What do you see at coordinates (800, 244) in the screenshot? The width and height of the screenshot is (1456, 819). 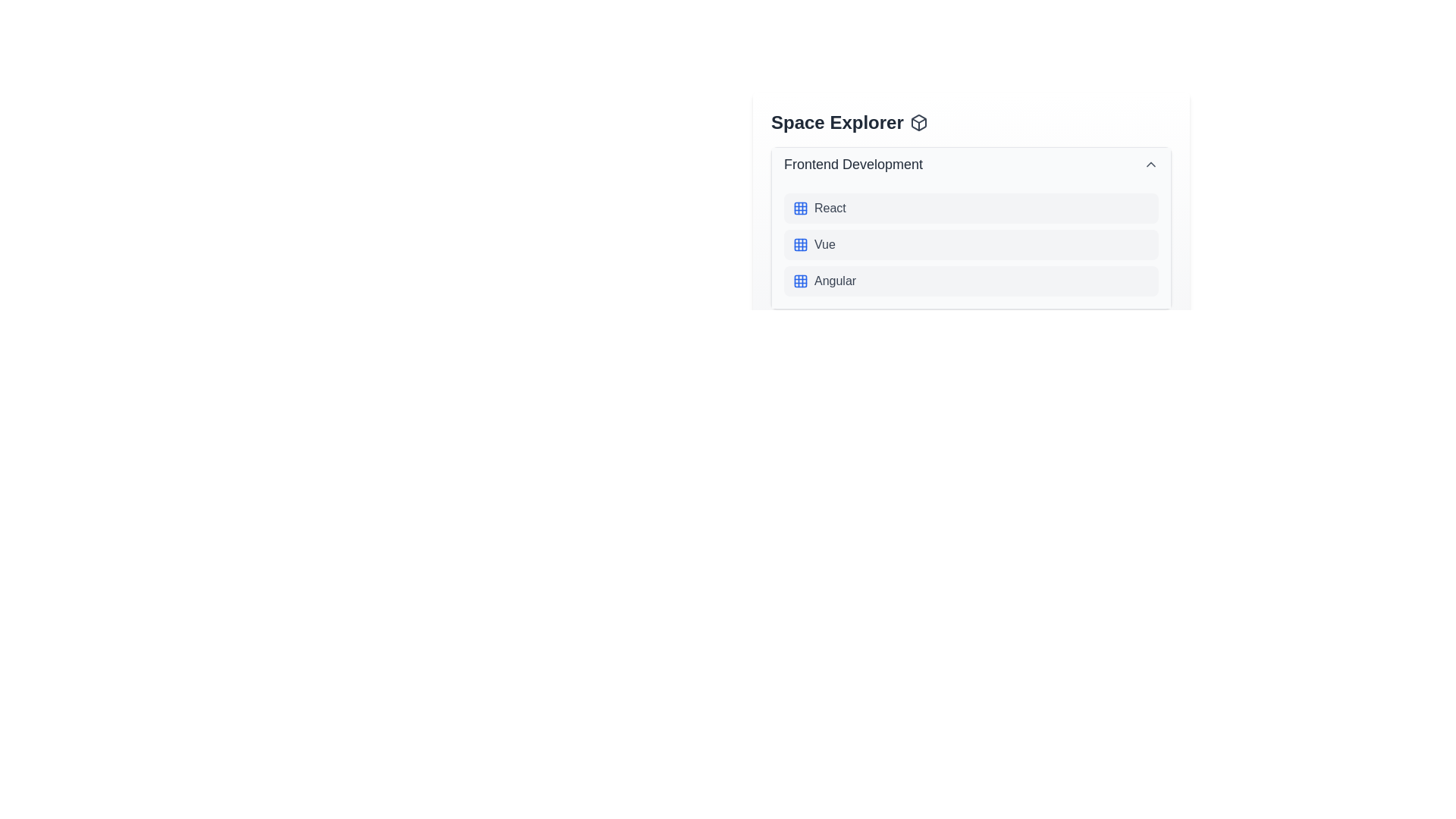 I see `the Vue framework icon, which is represented as a grid symbol in the list of frontend frameworks under 'Frontend Development' in the 'Space Explorer' section` at bounding box center [800, 244].